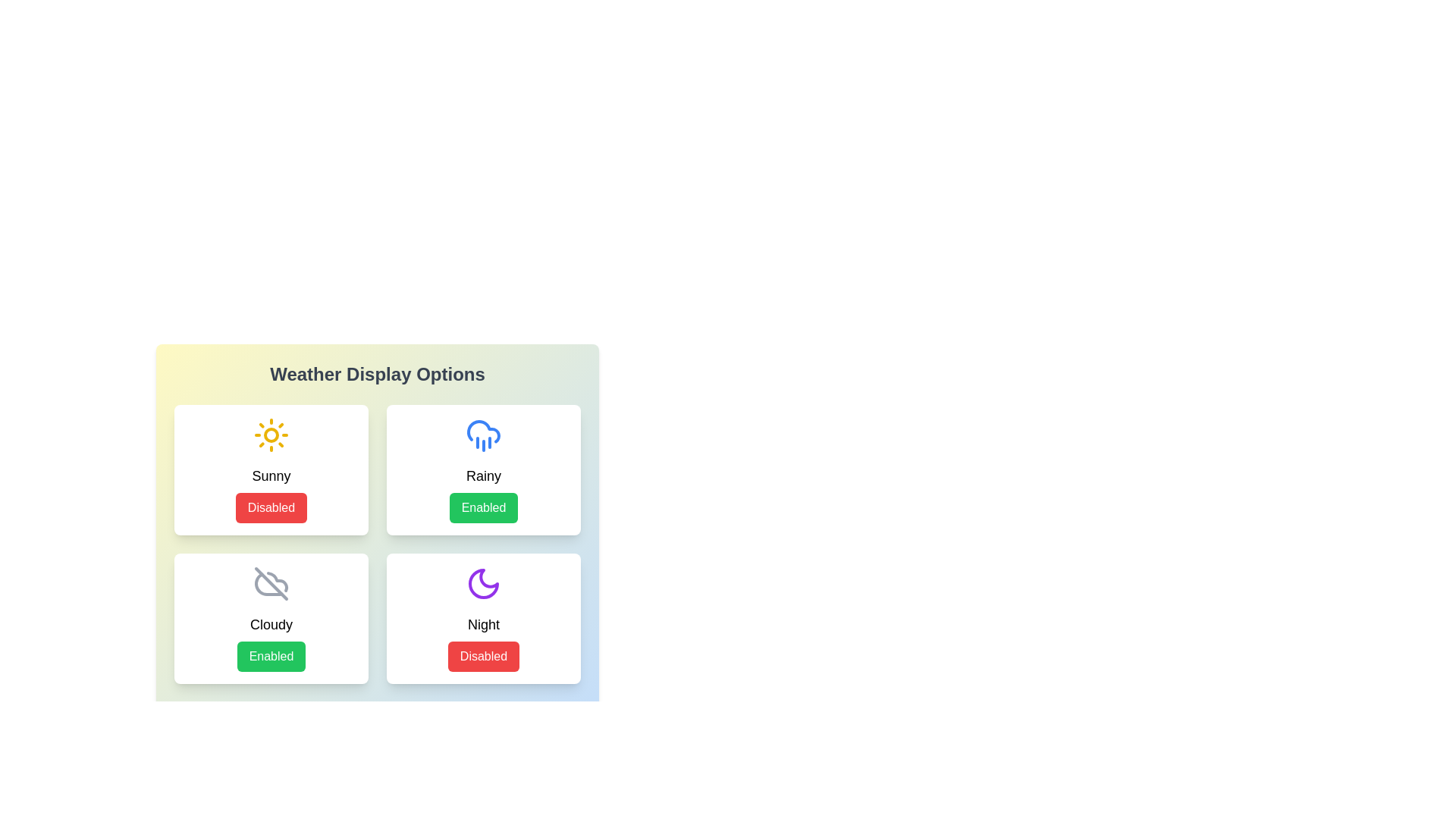  Describe the element at coordinates (483, 619) in the screenshot. I see `the weather option night` at that location.